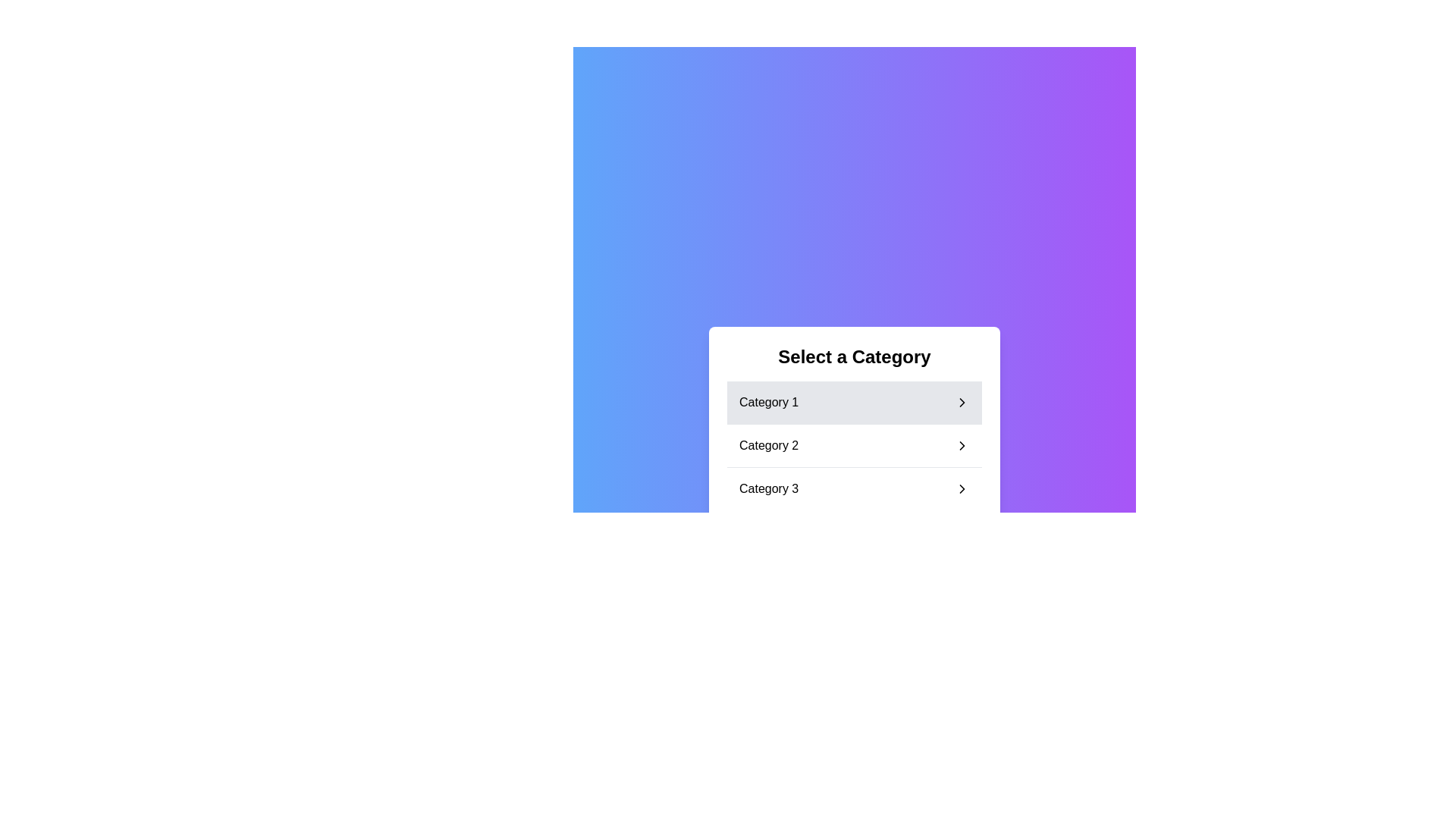 Image resolution: width=1456 pixels, height=819 pixels. Describe the element at coordinates (769, 488) in the screenshot. I see `'Category 3' text label, which is a selectable menu item located in a vertical menu below 'Category 2'` at that location.